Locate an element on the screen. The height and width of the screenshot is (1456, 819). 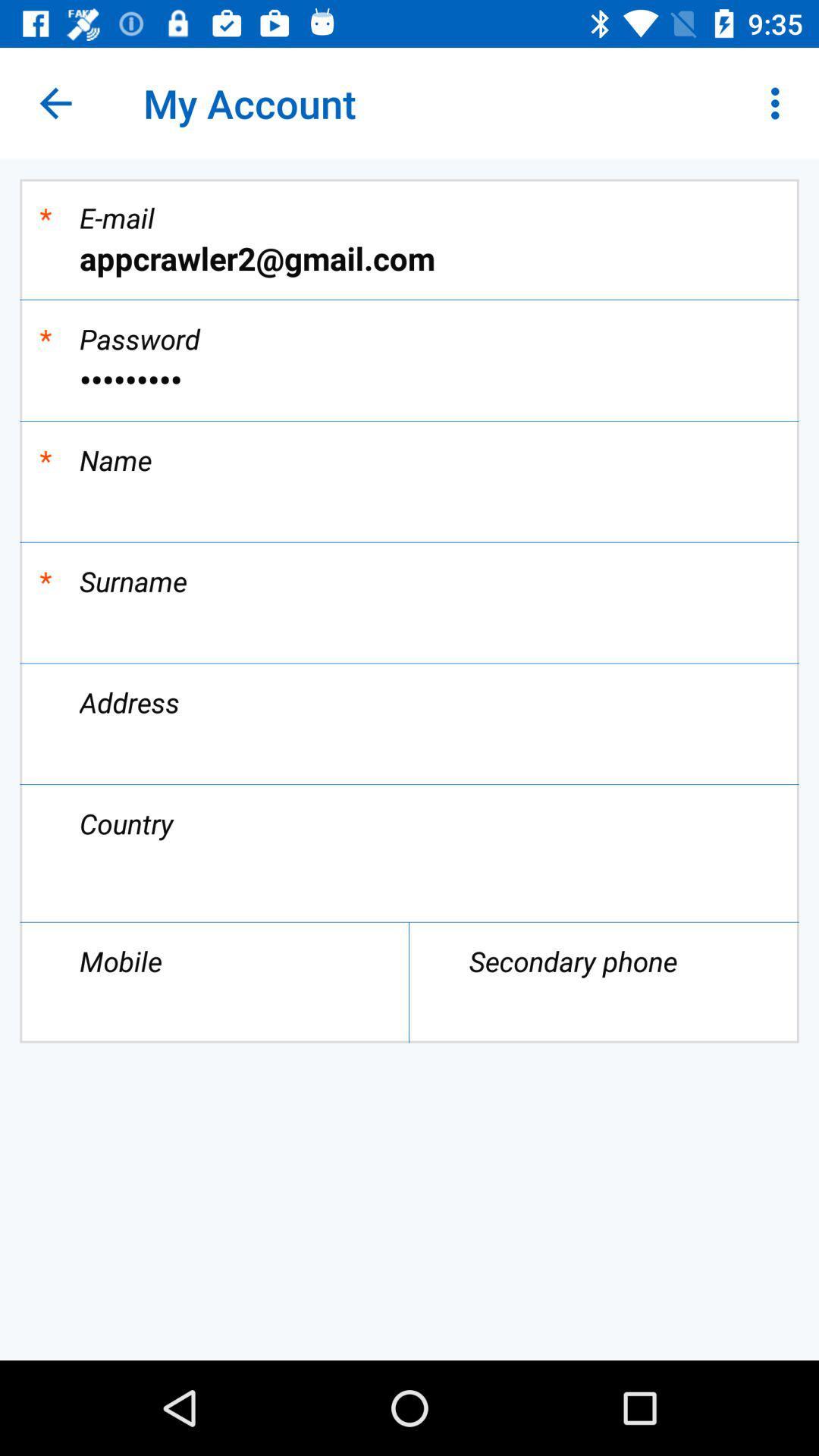
the app next to the my account app is located at coordinates (55, 102).